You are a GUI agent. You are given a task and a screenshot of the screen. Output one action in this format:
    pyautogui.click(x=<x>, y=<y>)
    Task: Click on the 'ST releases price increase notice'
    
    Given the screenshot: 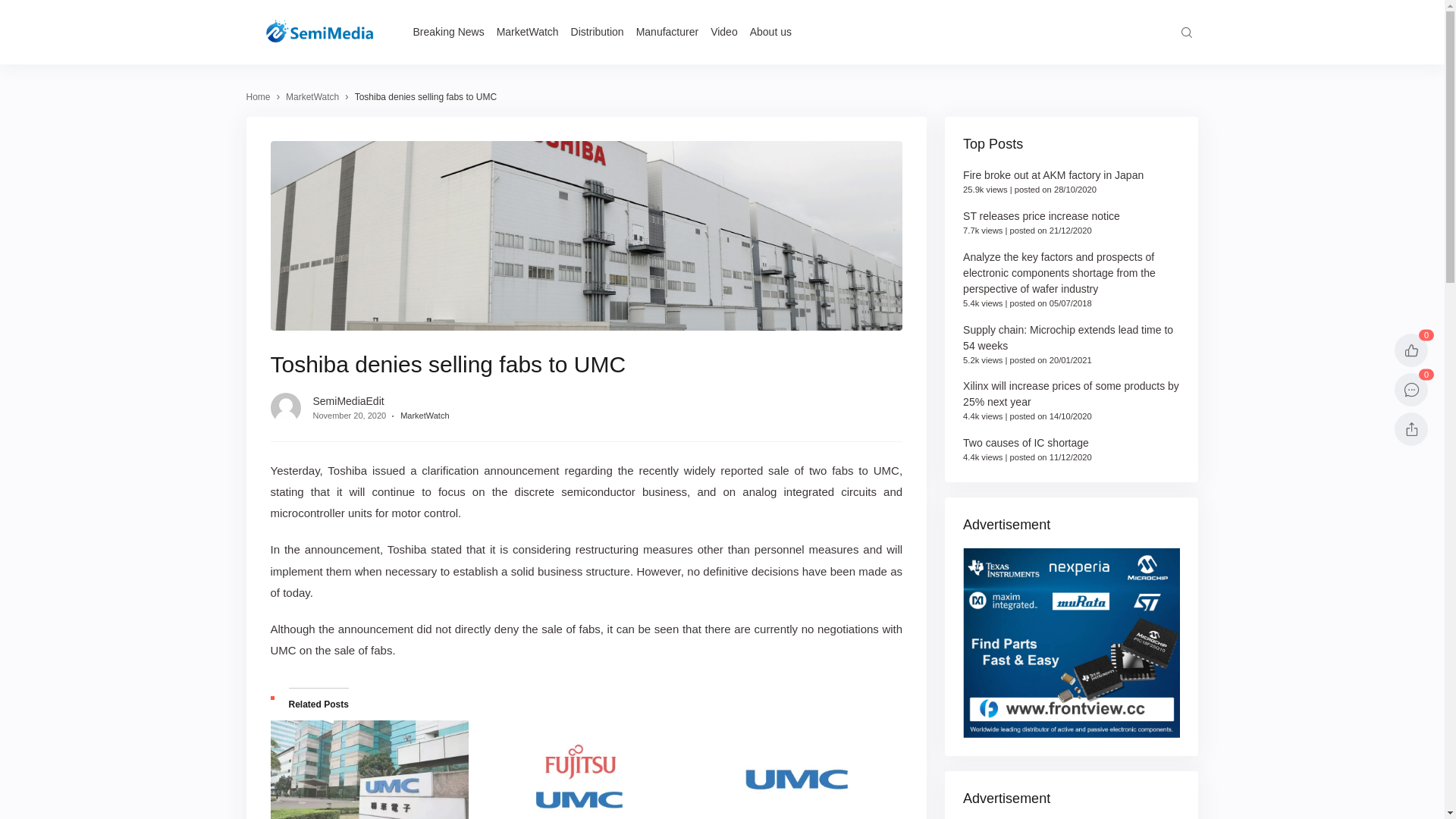 What is the action you would take?
    pyautogui.click(x=1040, y=216)
    